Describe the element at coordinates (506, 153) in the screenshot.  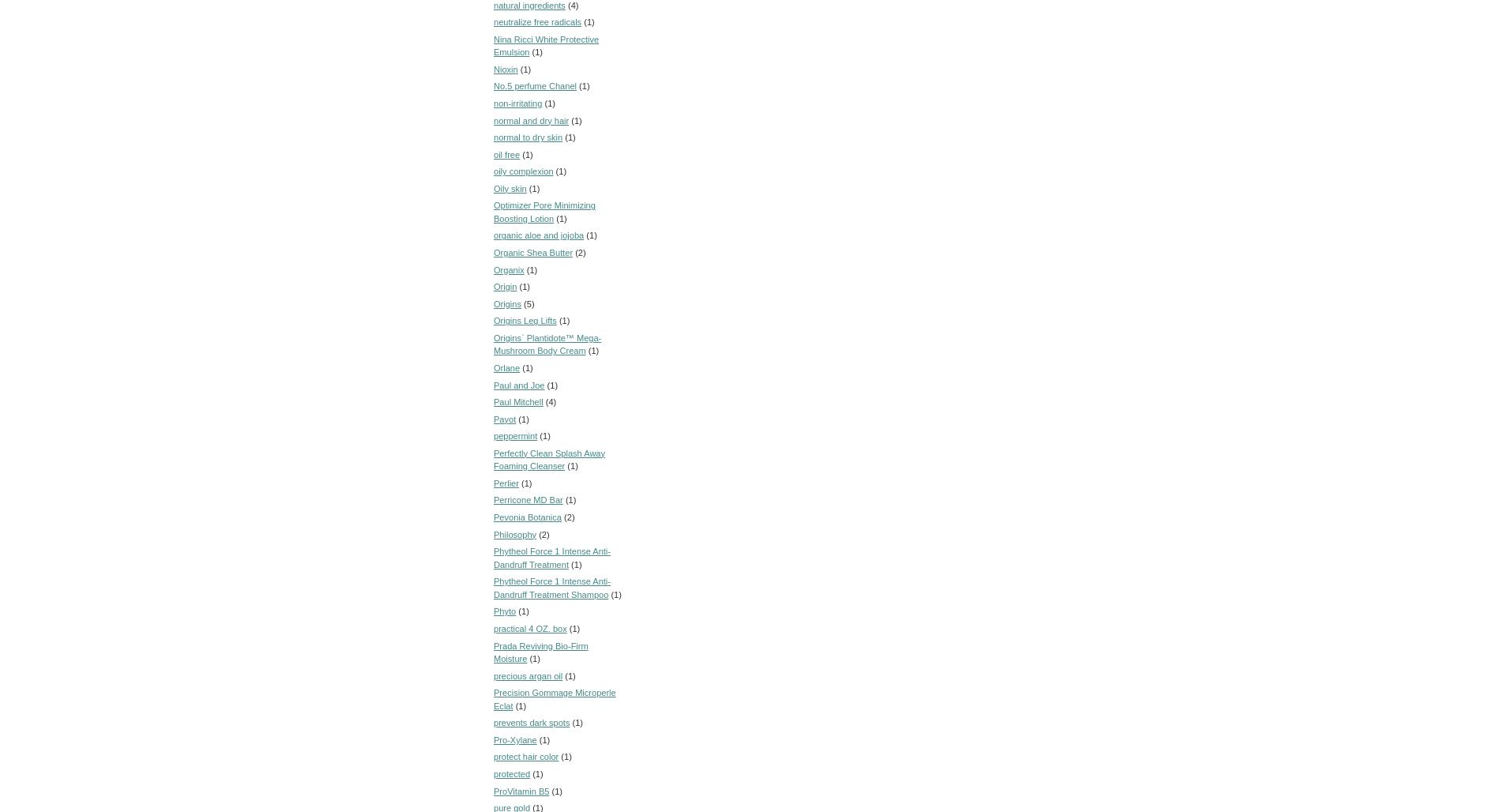
I see `'oil free'` at that location.